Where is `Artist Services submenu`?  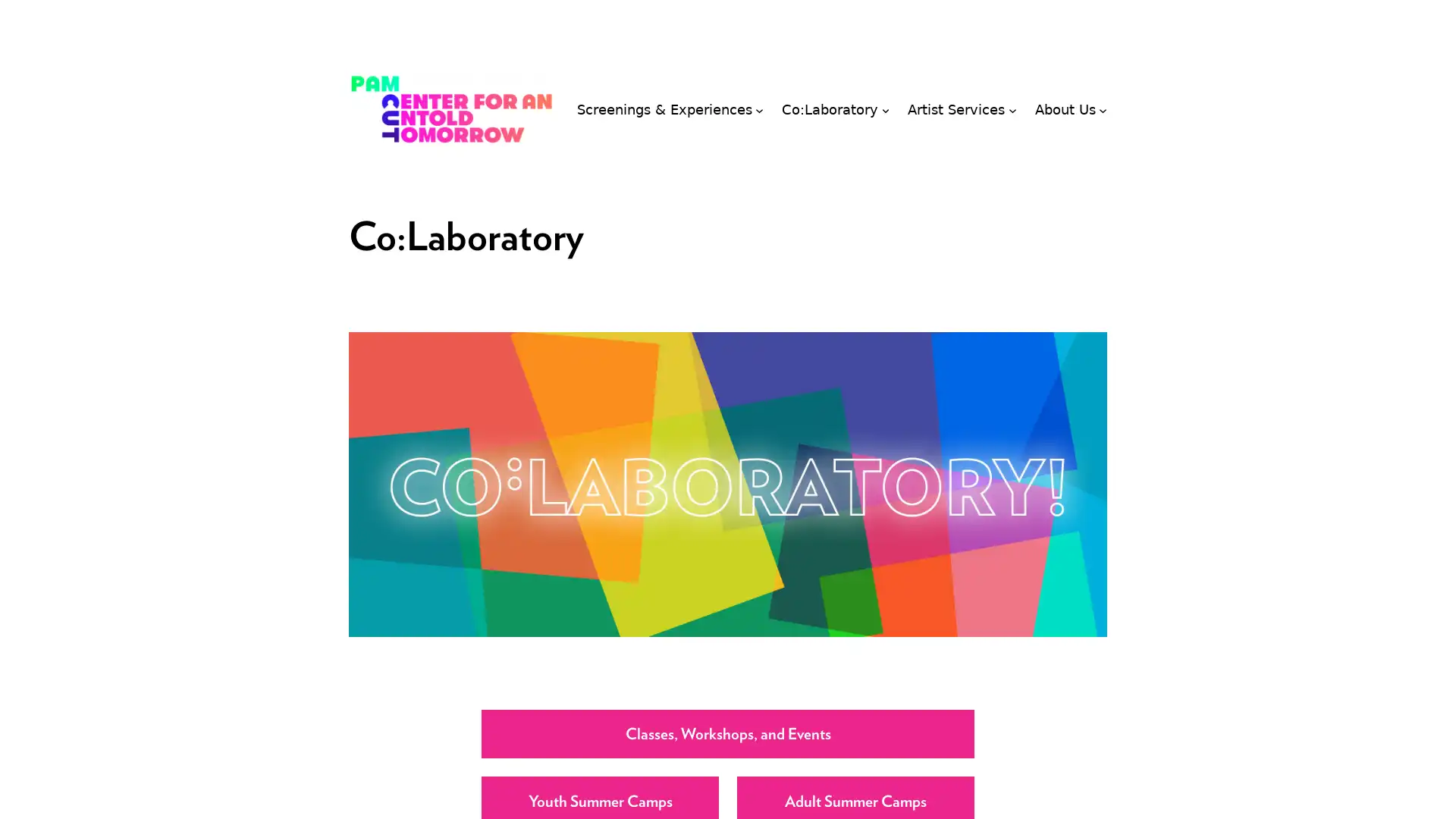
Artist Services submenu is located at coordinates (1012, 108).